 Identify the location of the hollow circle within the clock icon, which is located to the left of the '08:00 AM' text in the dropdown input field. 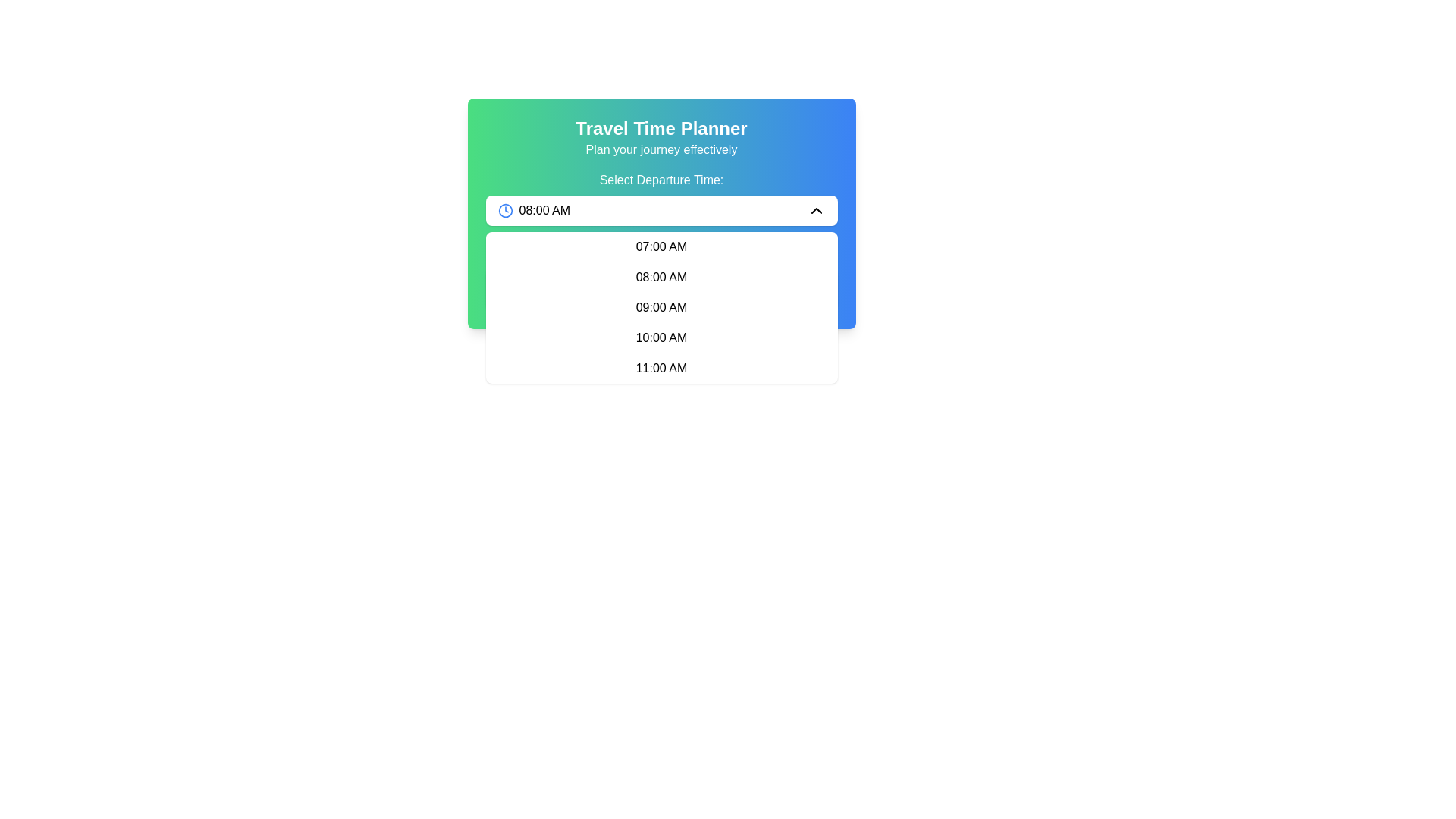
(505, 210).